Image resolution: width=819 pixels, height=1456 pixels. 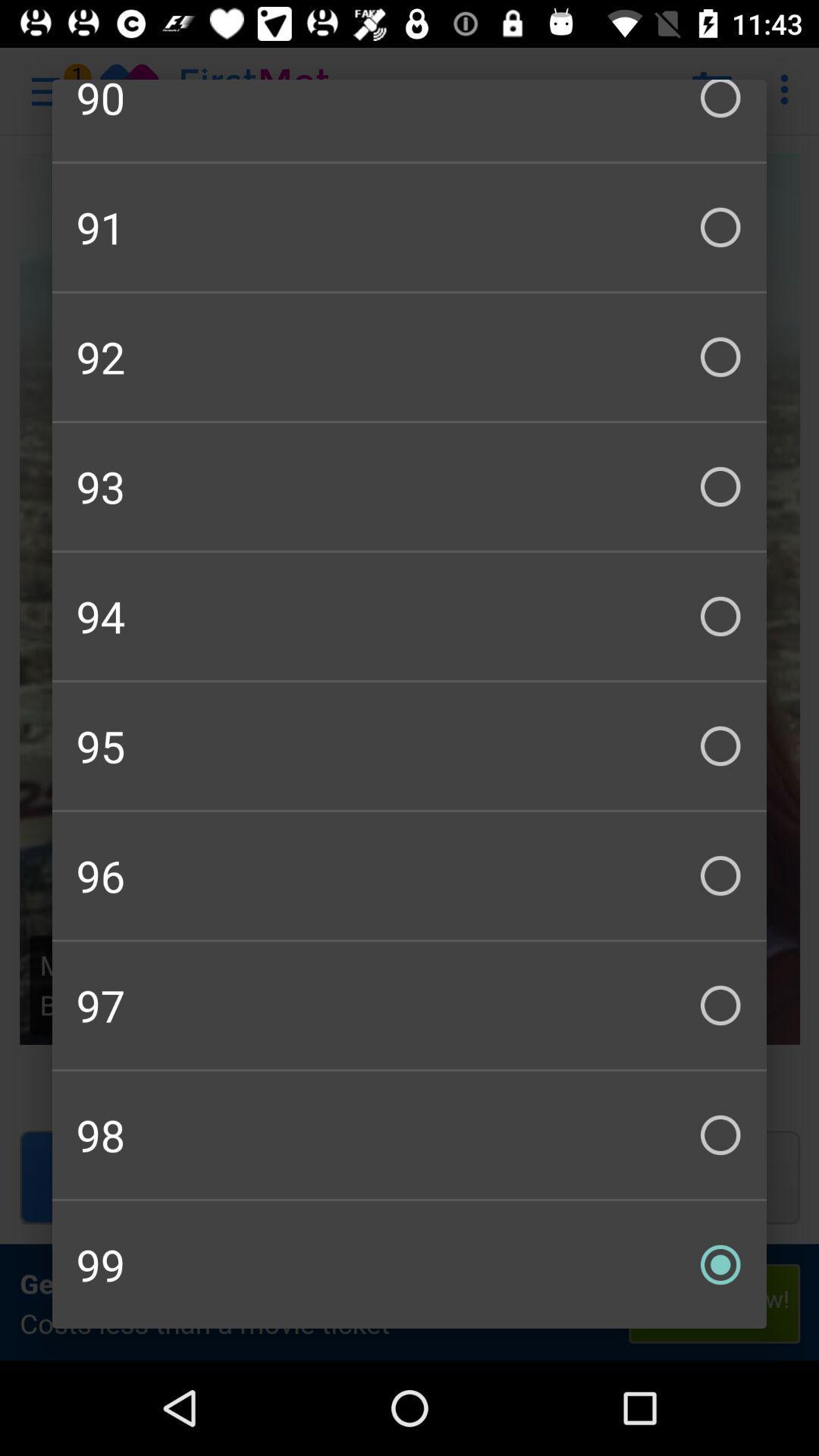 What do you see at coordinates (409, 745) in the screenshot?
I see `the checkbox below the 94 checkbox` at bounding box center [409, 745].